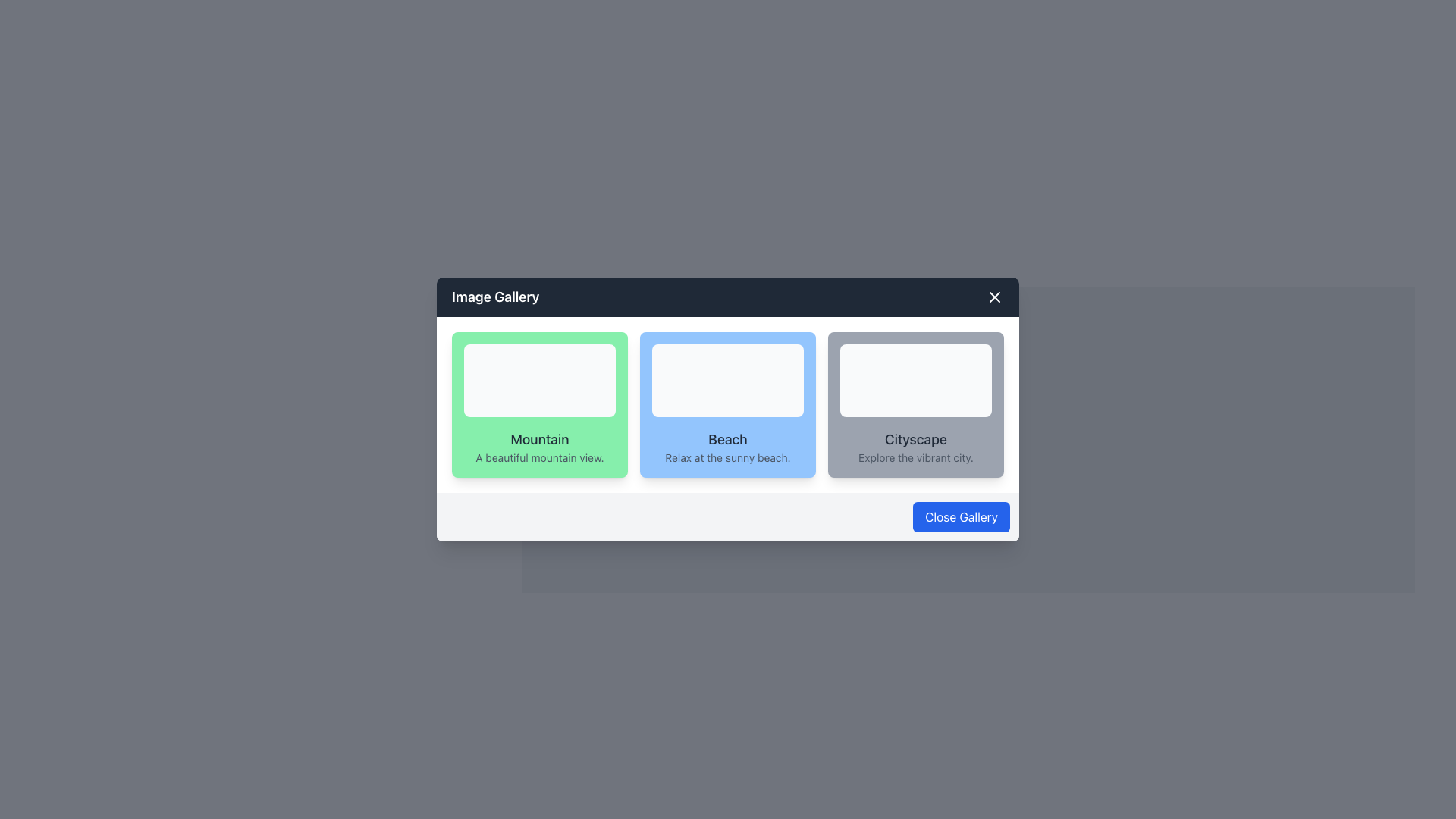 The width and height of the screenshot is (1456, 819). What do you see at coordinates (994, 297) in the screenshot?
I see `the close button located at the top-right corner of the modal header titled 'Image Gallery' to change its color` at bounding box center [994, 297].